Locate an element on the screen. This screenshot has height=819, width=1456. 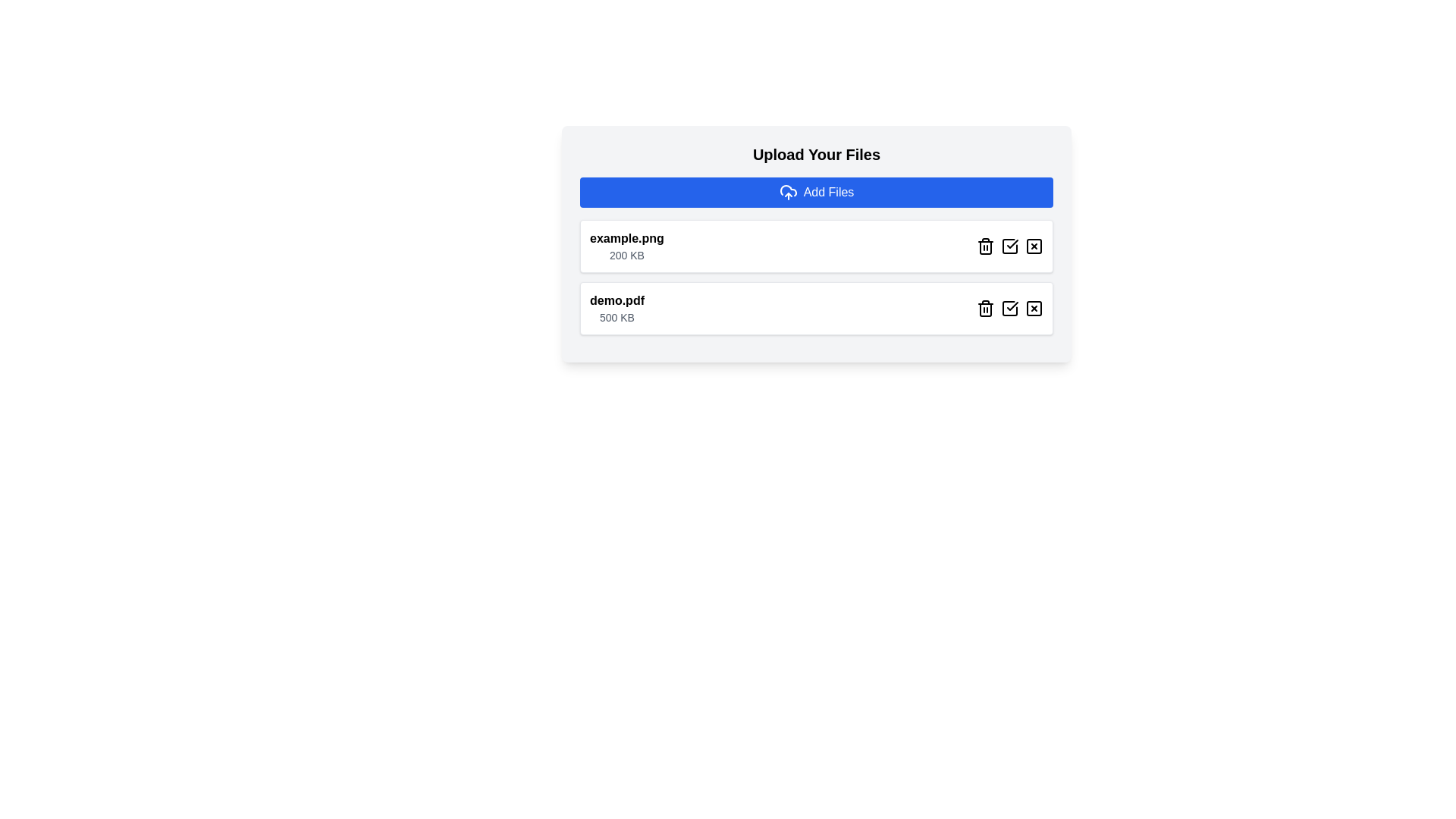
the text label displaying 'example.png' is located at coordinates (626, 239).